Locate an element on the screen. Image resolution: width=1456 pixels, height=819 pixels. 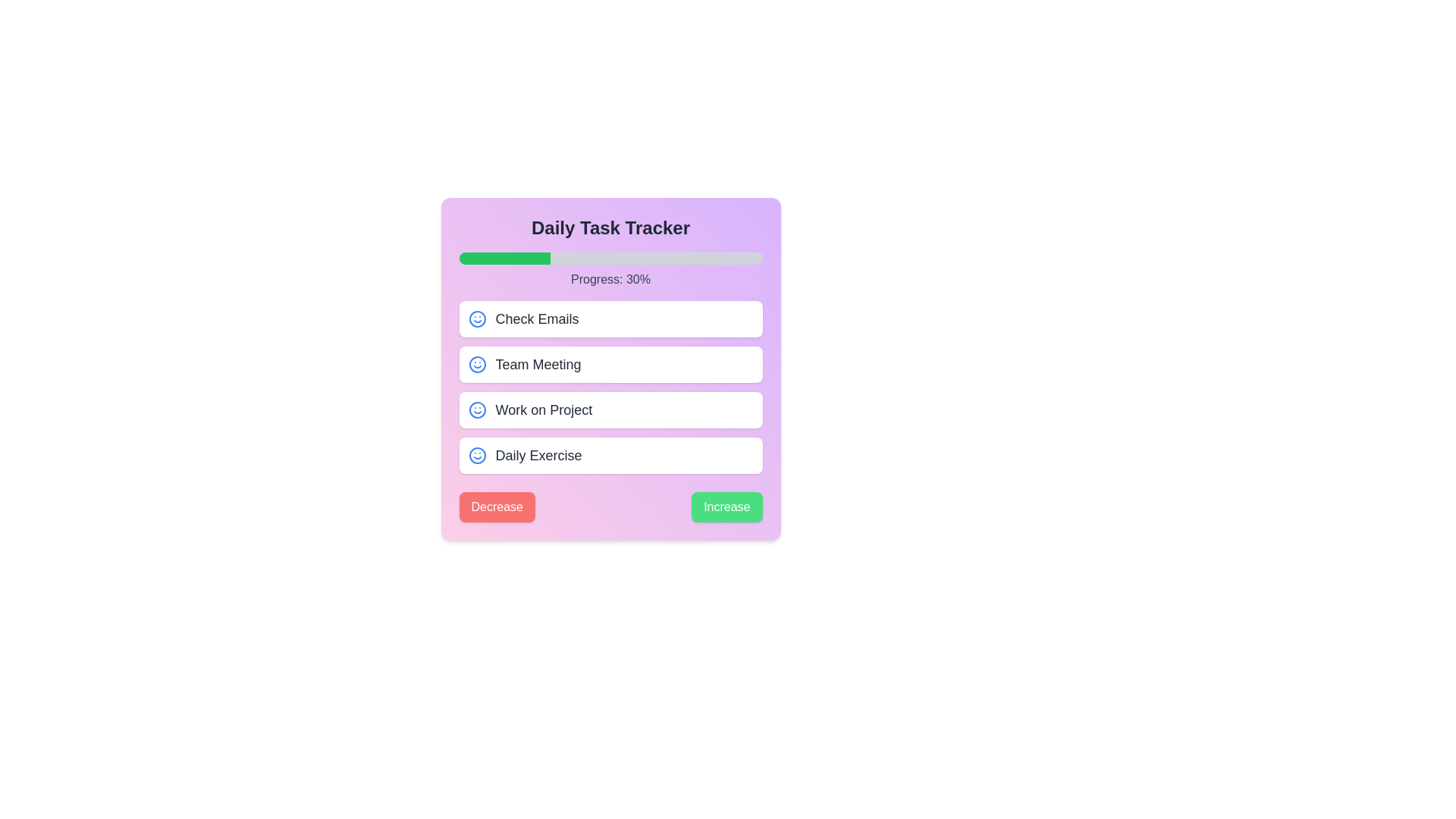
the text label displaying 'Work on Project', which is the third item in a vertical list and has a bold, dark gray font on a white background is located at coordinates (544, 409).